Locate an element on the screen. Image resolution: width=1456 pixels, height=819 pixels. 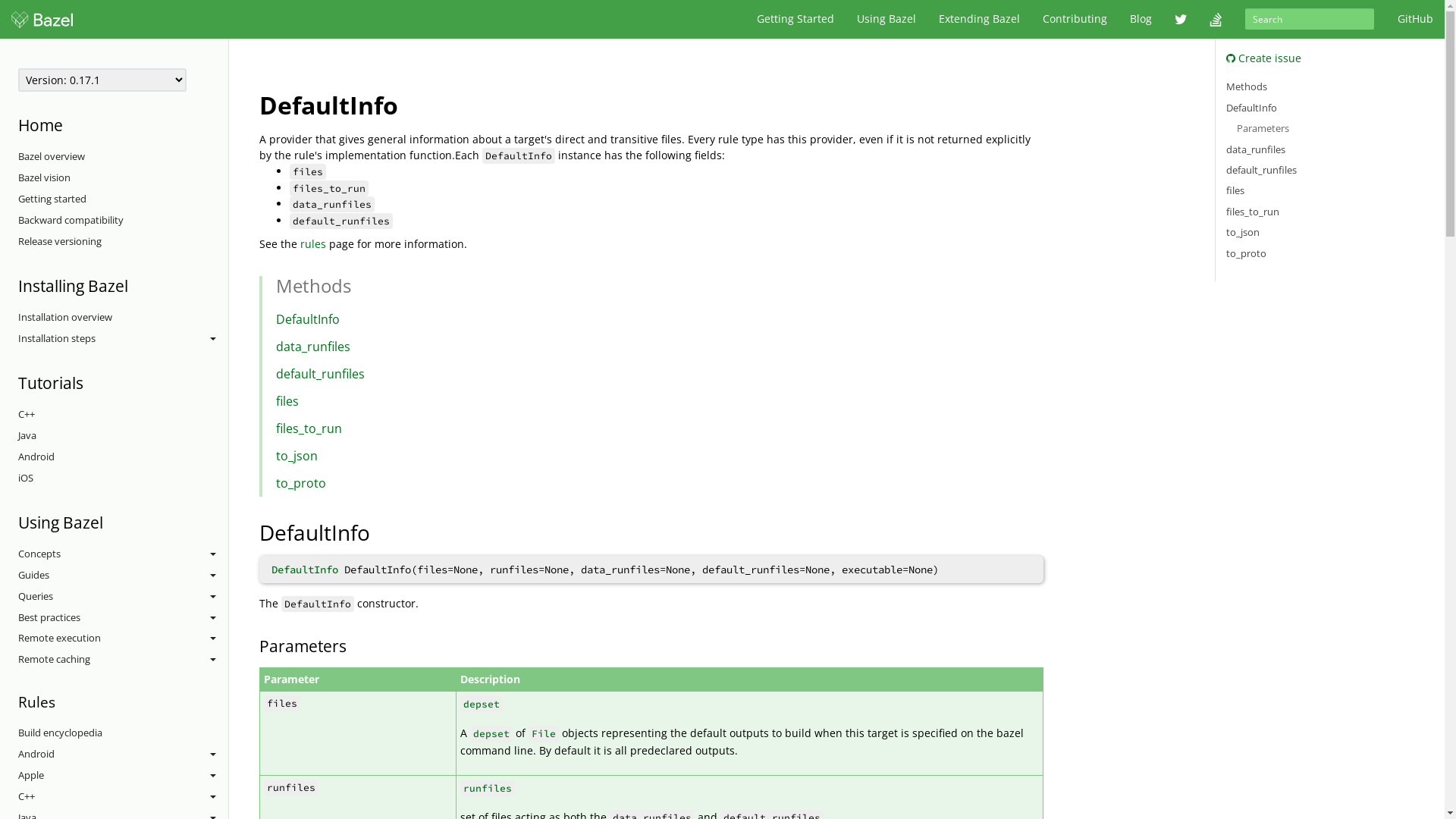
'data_runfiles' is located at coordinates (276, 346).